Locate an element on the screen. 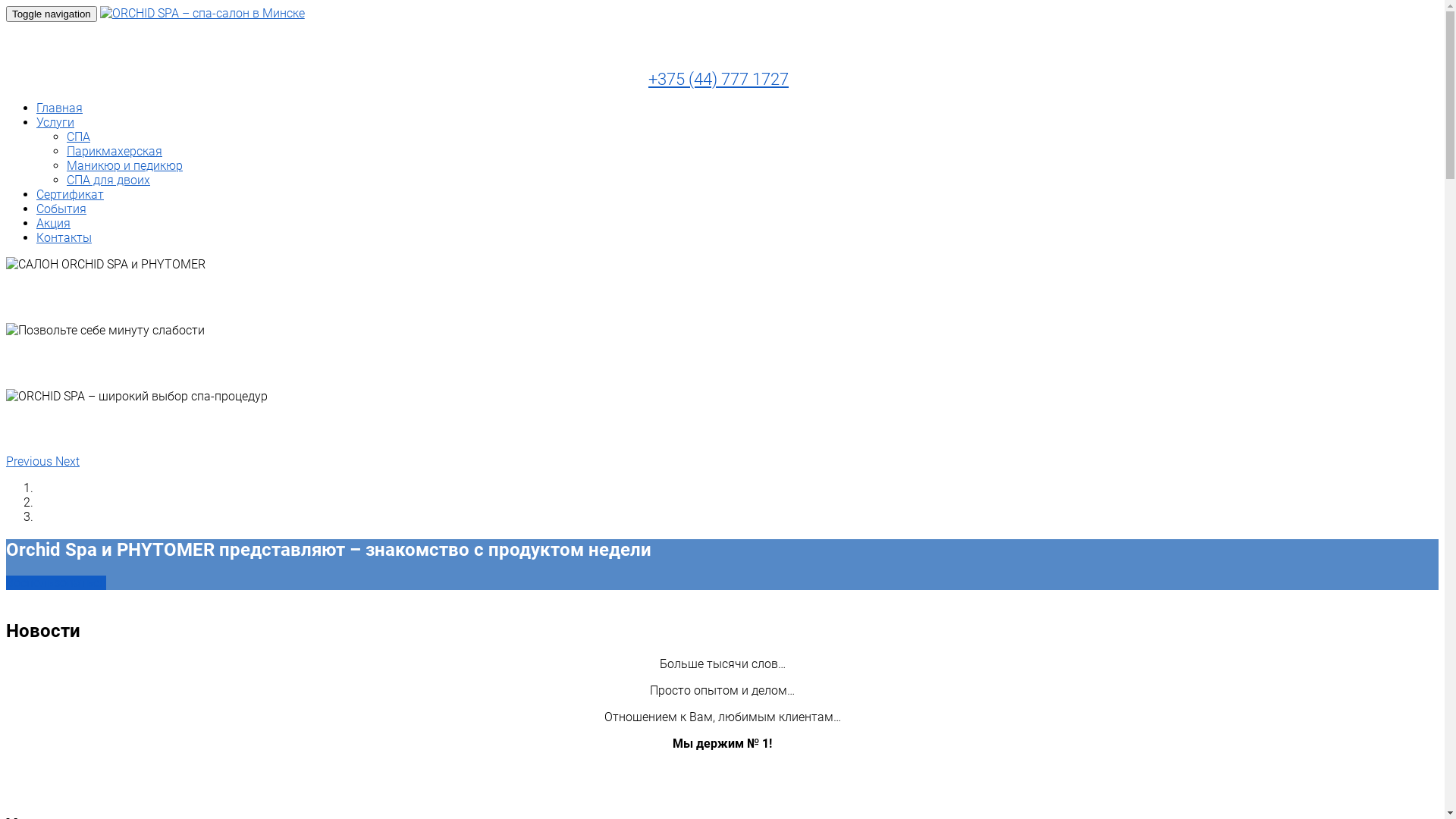 The width and height of the screenshot is (1456, 819). 'Previous' is located at coordinates (30, 460).